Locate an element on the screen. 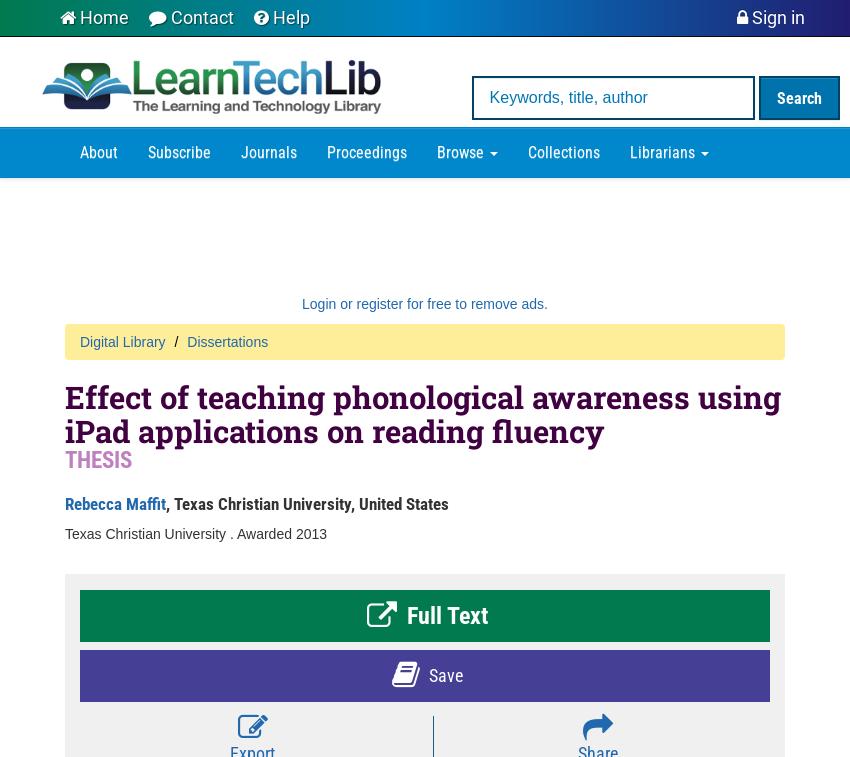 This screenshot has height=757, width=850. ', Texas Christian University, United States' is located at coordinates (166, 503).